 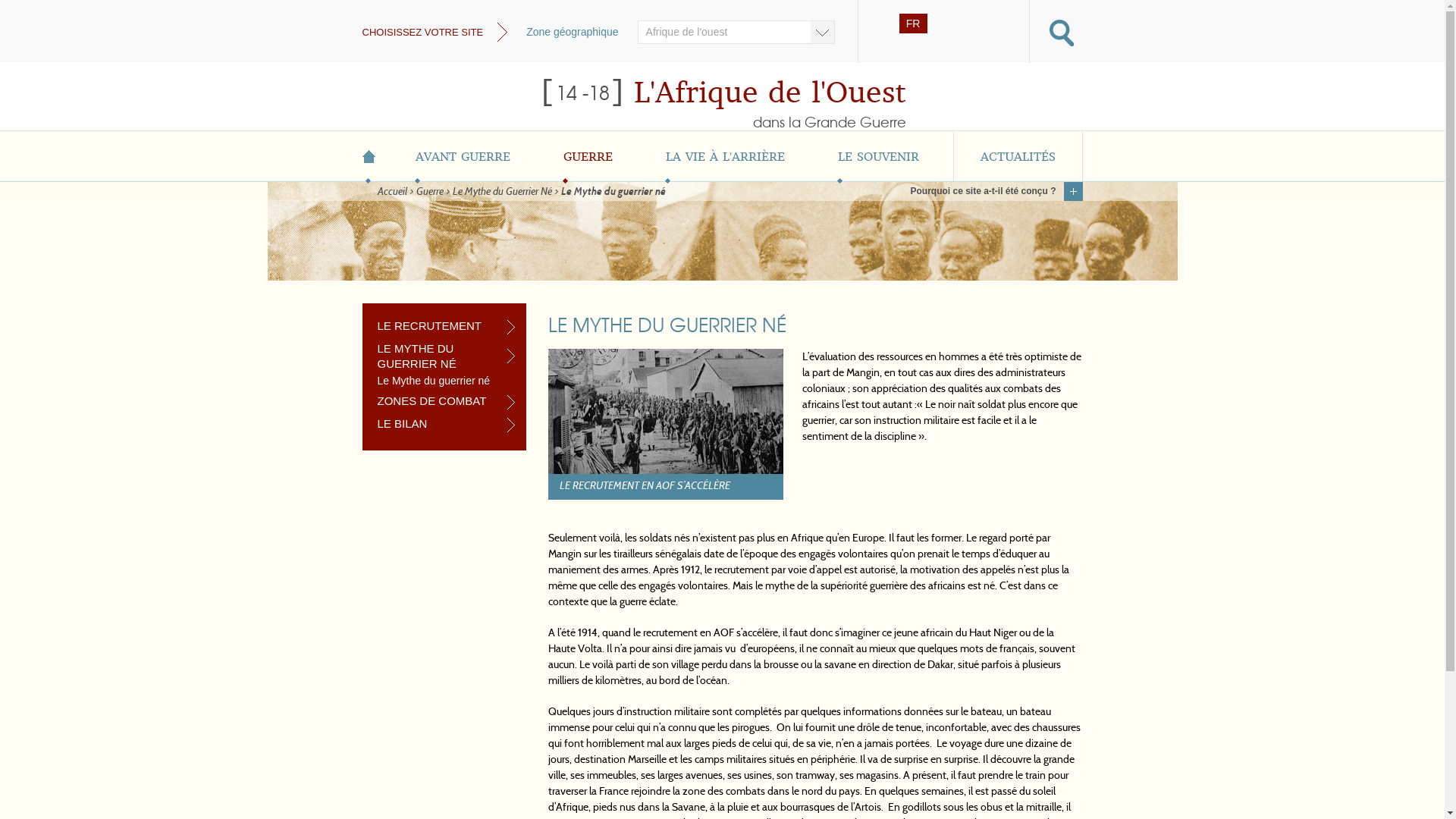 I want to click on 'LE BILAN', so click(x=445, y=424).